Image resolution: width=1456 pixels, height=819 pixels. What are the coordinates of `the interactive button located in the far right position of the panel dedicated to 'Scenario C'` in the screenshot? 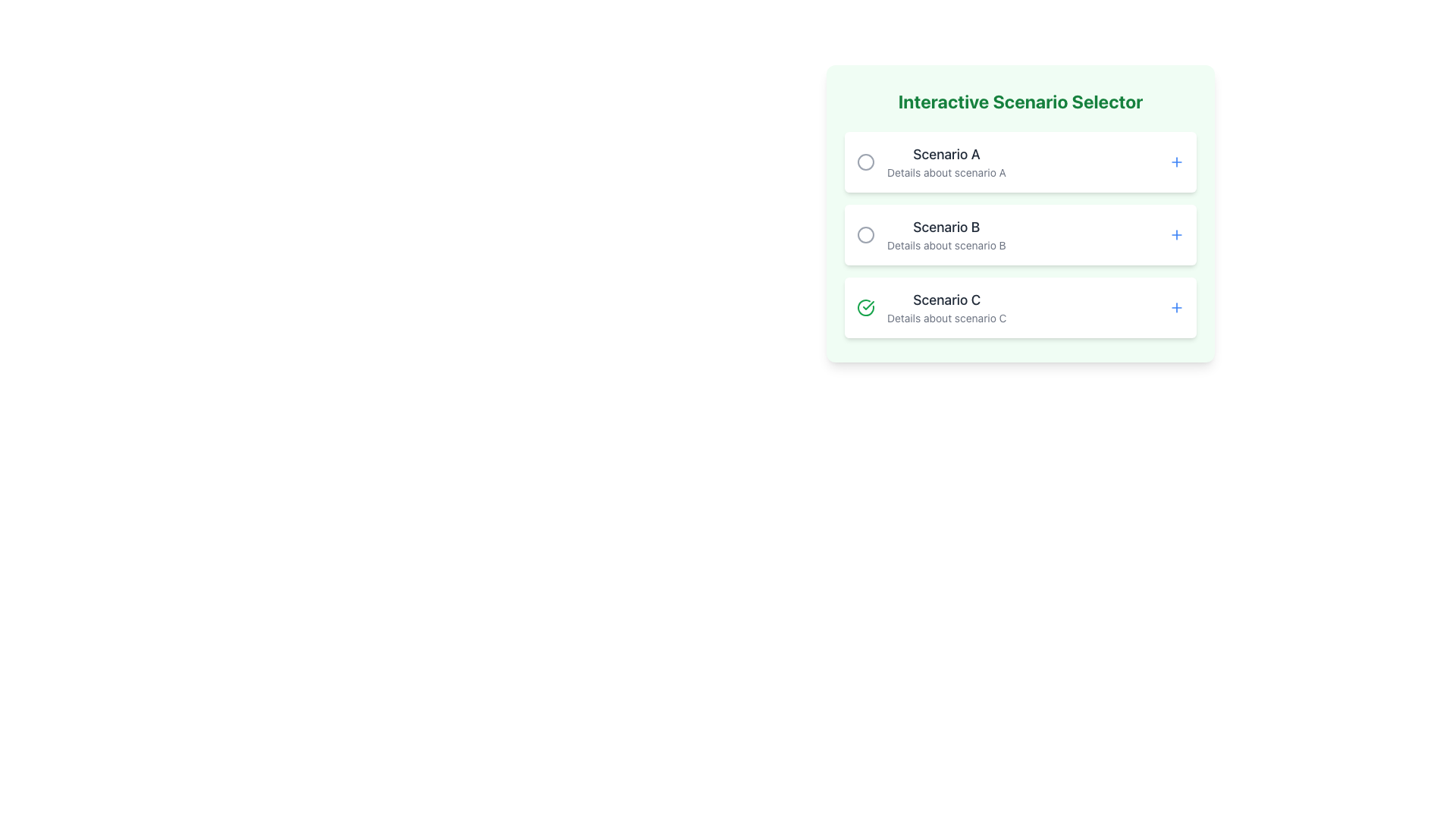 It's located at (1175, 307).